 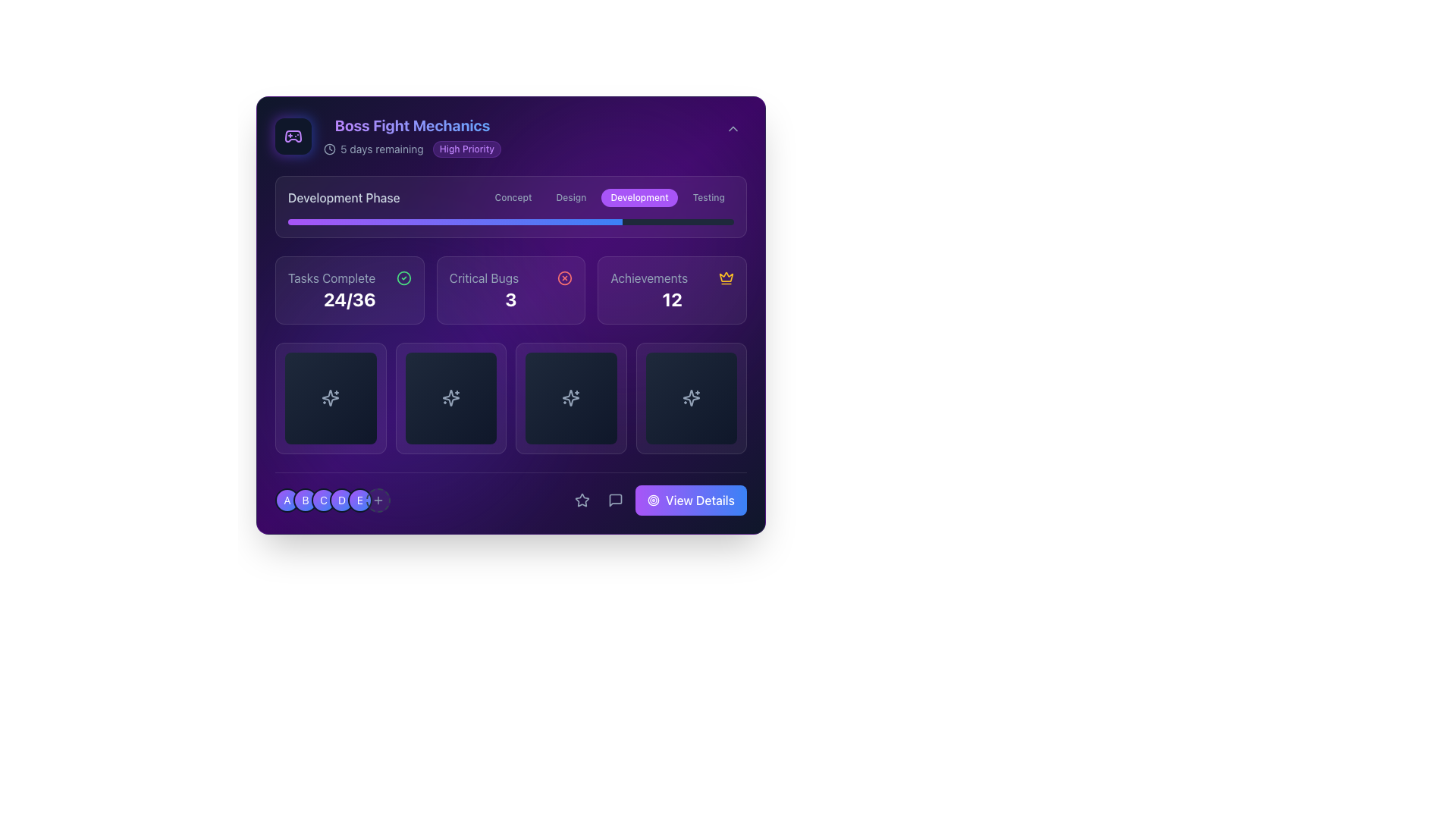 What do you see at coordinates (412, 124) in the screenshot?
I see `the text content of the prominent gradient text label displaying 'Boss Fight Mechanics', located at the top-left corner of the UI` at bounding box center [412, 124].